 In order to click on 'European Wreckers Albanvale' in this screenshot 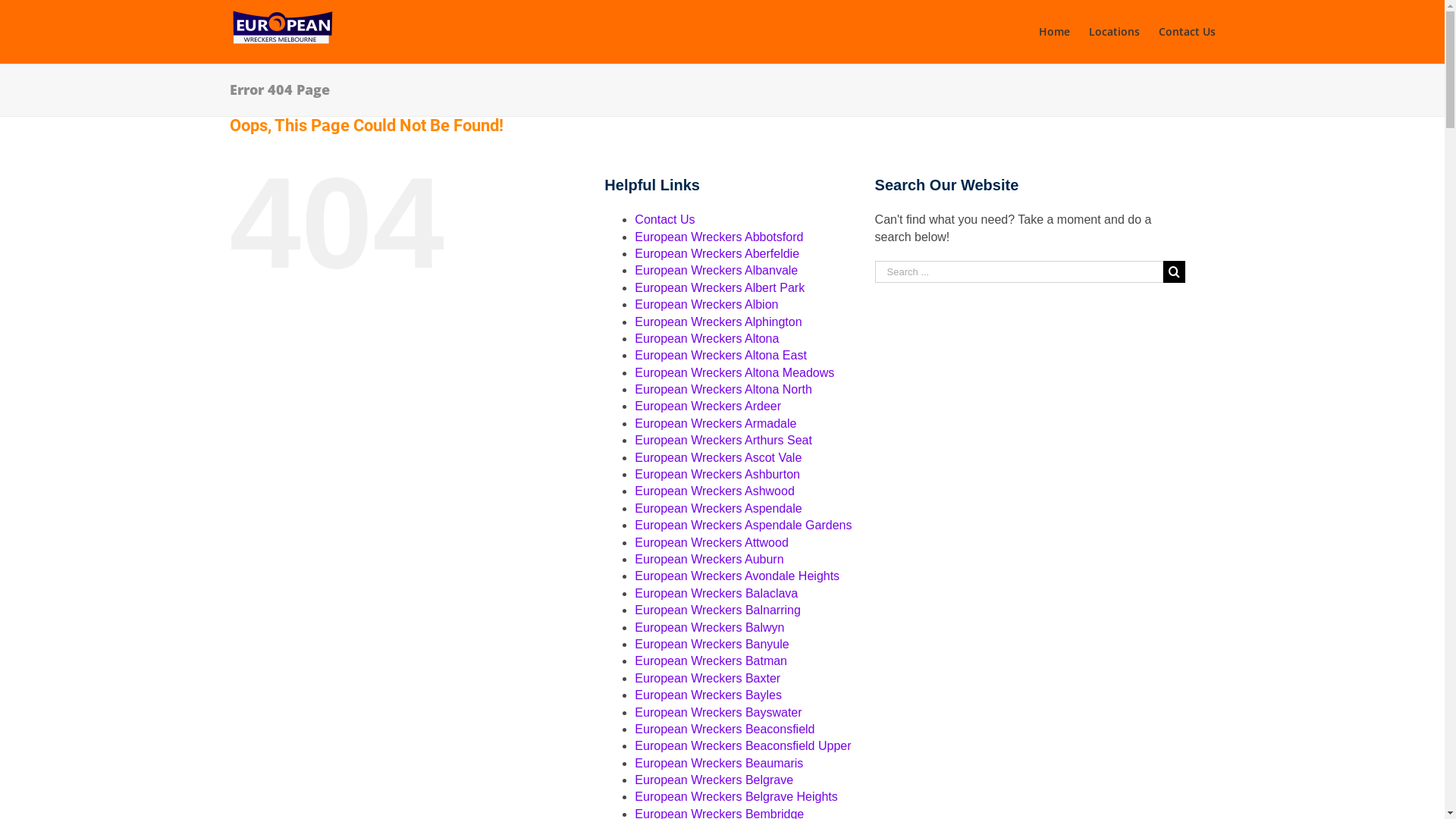, I will do `click(634, 269)`.